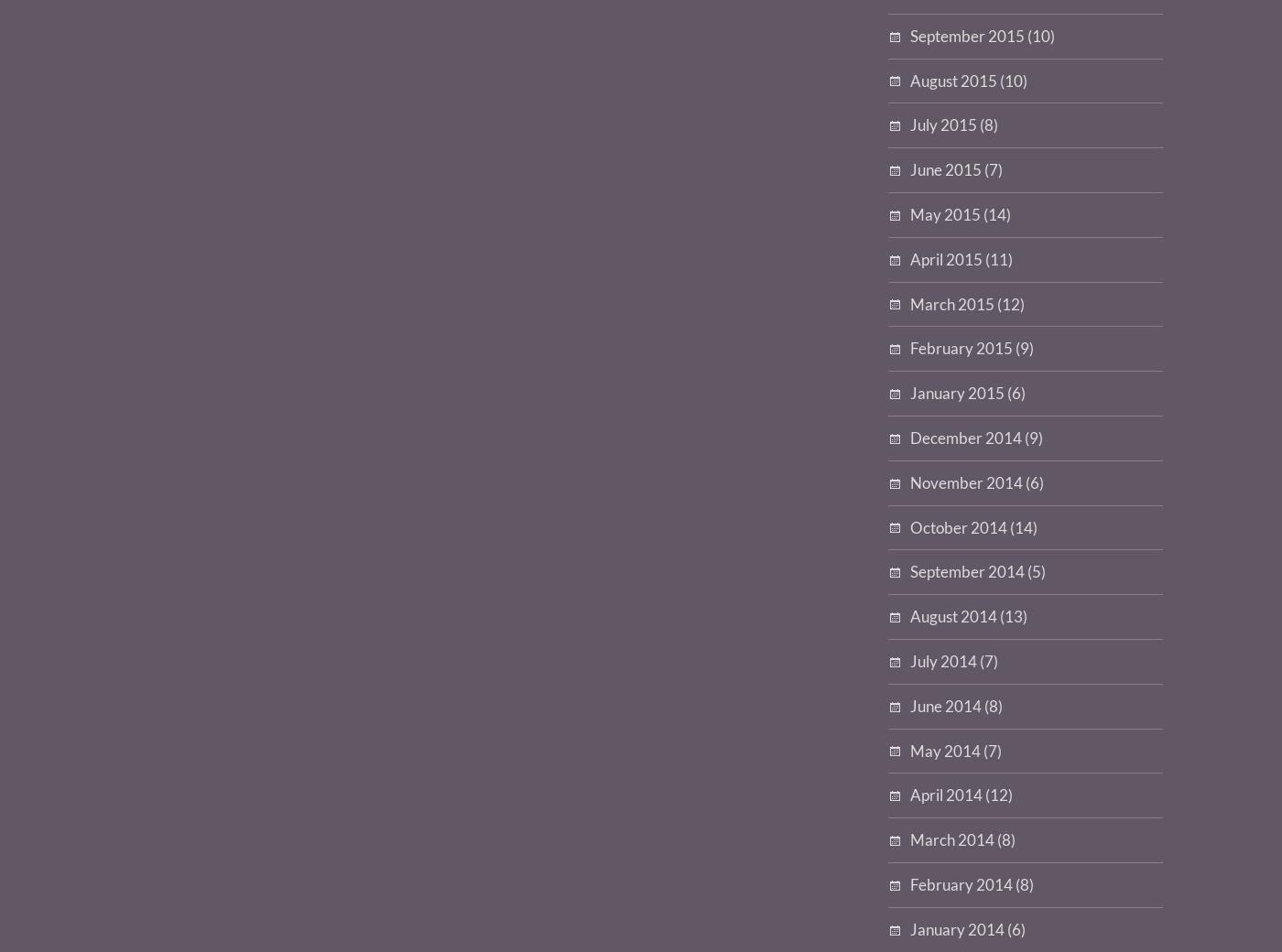  Describe the element at coordinates (961, 347) in the screenshot. I see `'February 2015'` at that location.